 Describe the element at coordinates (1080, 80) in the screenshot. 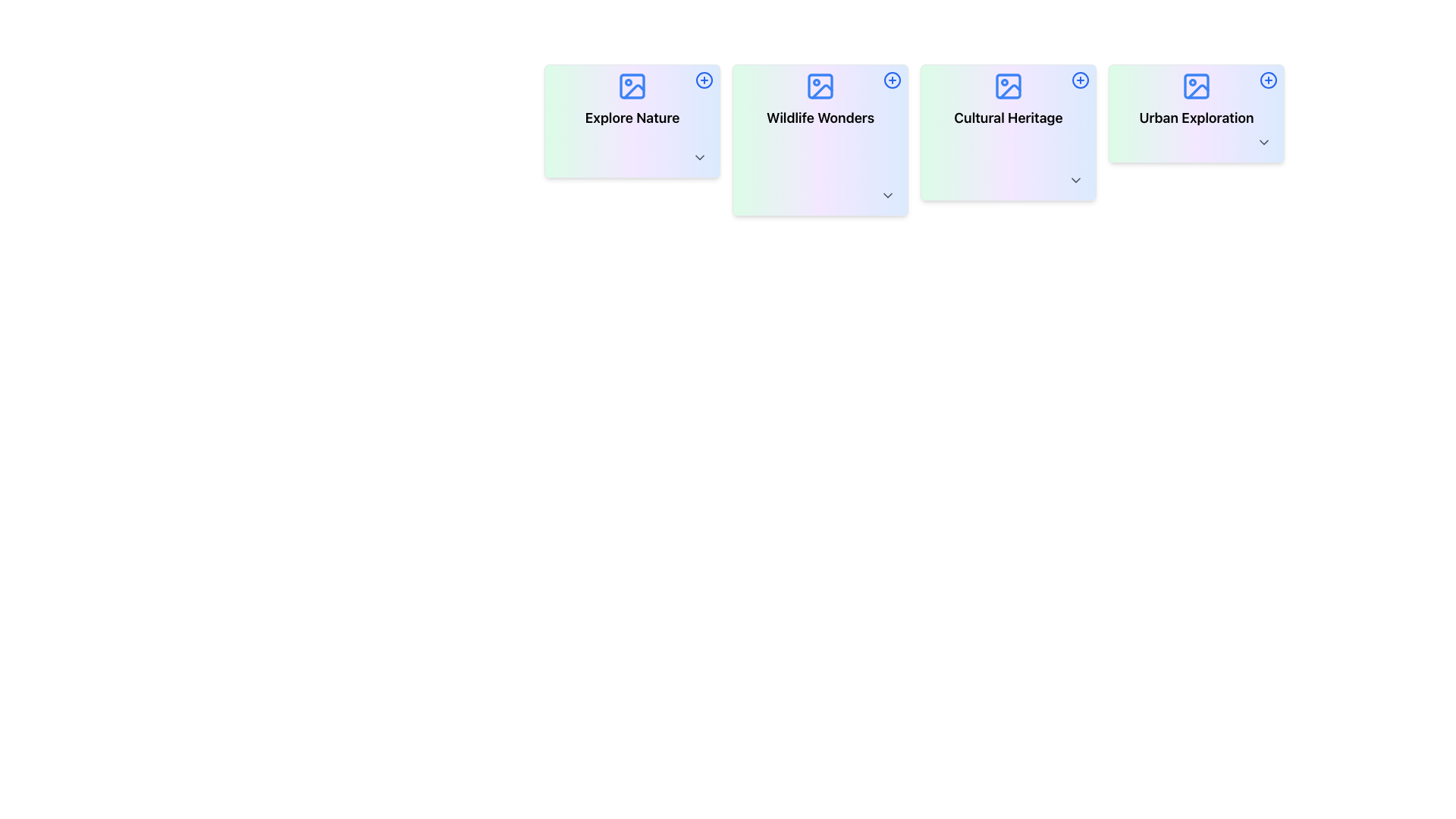

I see `the blue circular button with a plus sign at its center located at the top right corner of the 'Cultural Heritage' card to interact with it` at that location.